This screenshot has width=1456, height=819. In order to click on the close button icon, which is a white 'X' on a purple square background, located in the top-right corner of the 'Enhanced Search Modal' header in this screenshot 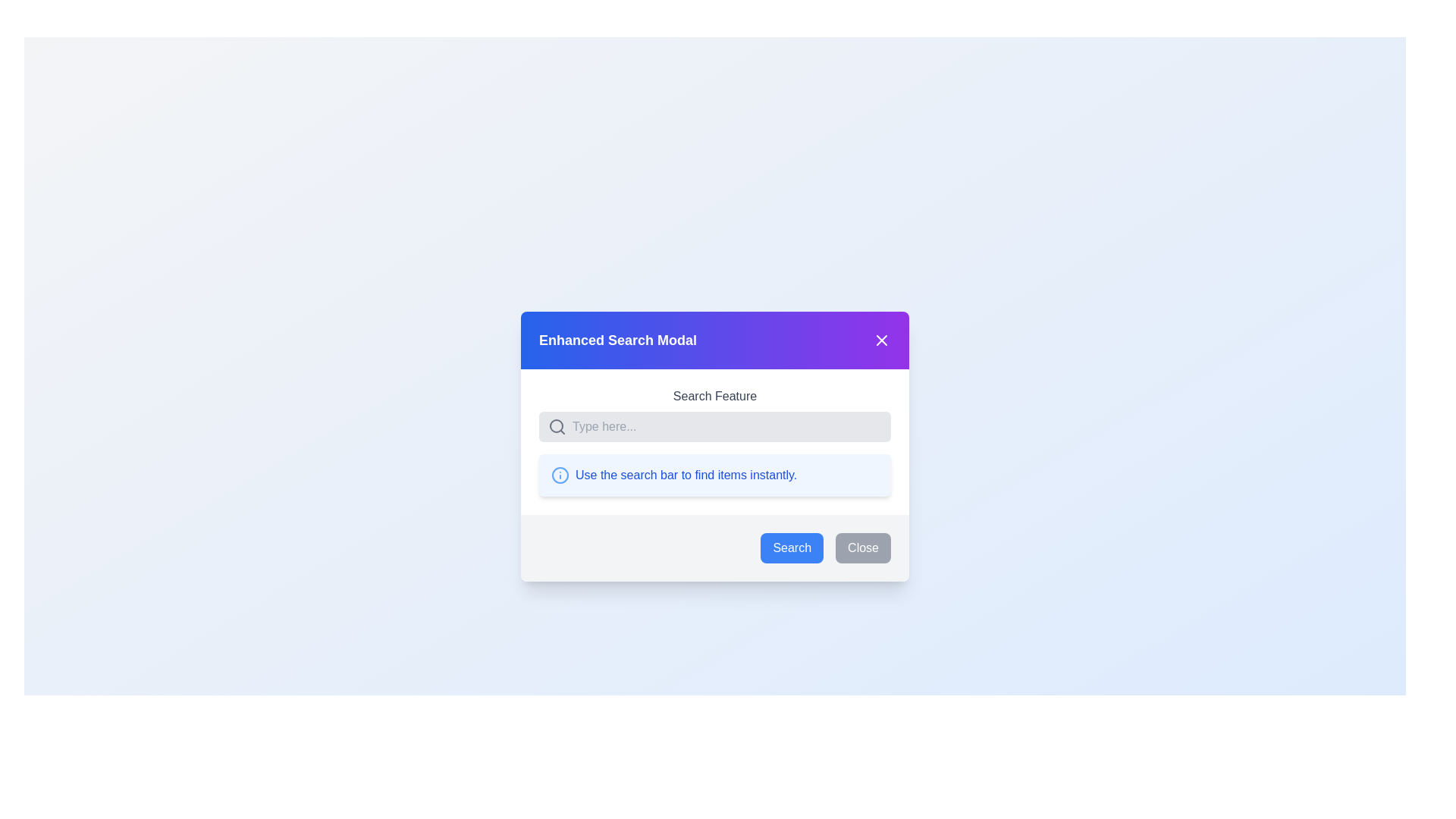, I will do `click(881, 339)`.